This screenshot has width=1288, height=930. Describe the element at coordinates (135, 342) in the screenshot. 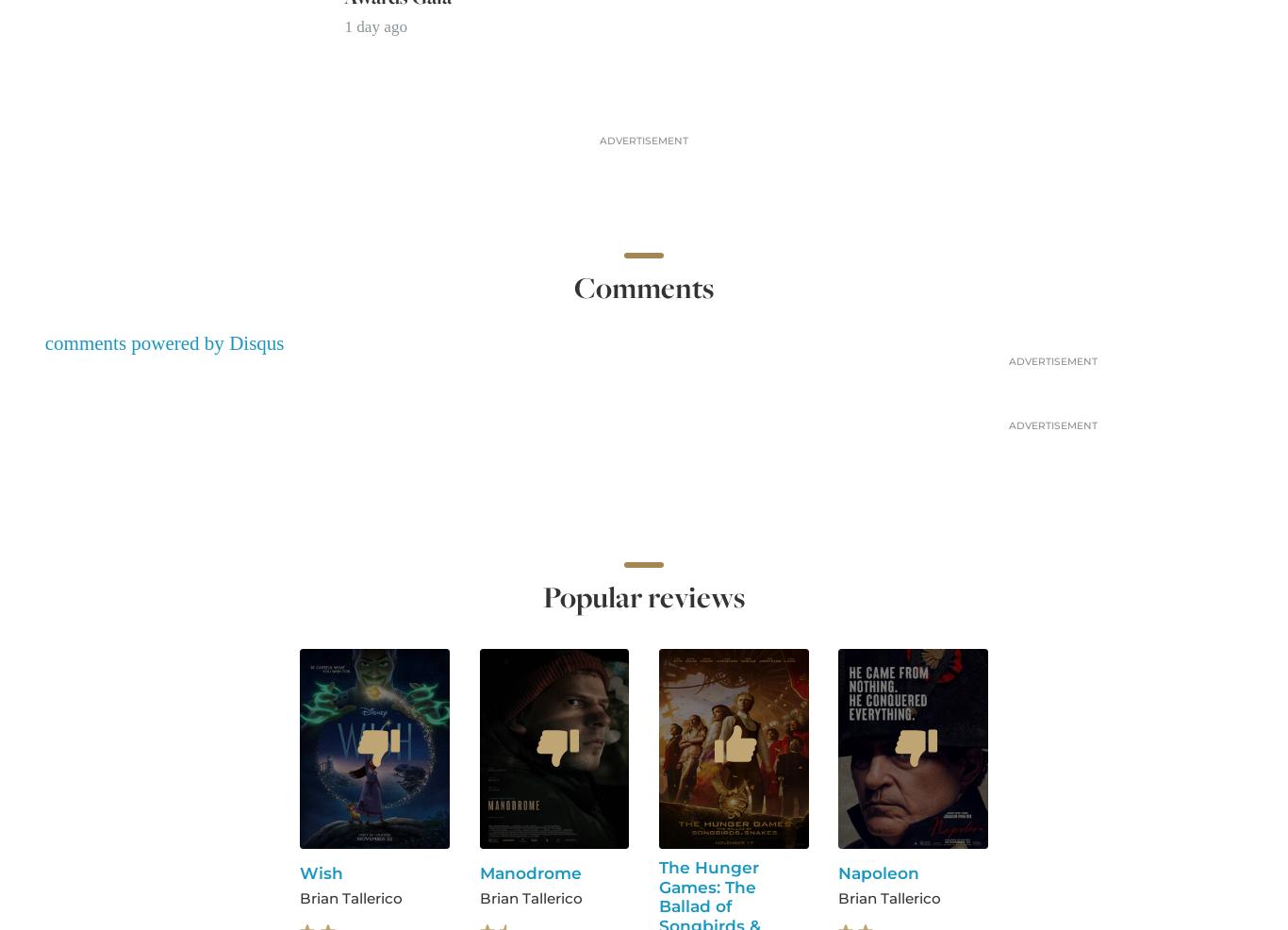

I see `'comments powered by'` at that location.